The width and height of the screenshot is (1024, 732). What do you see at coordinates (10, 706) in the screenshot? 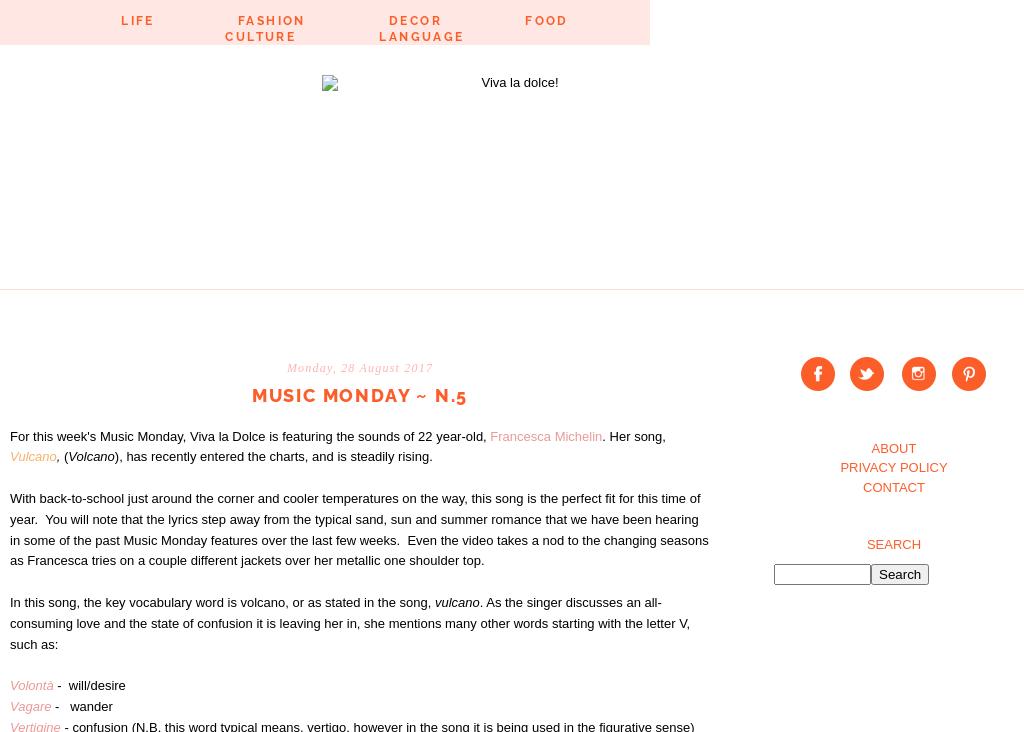
I see `'Vagare'` at bounding box center [10, 706].